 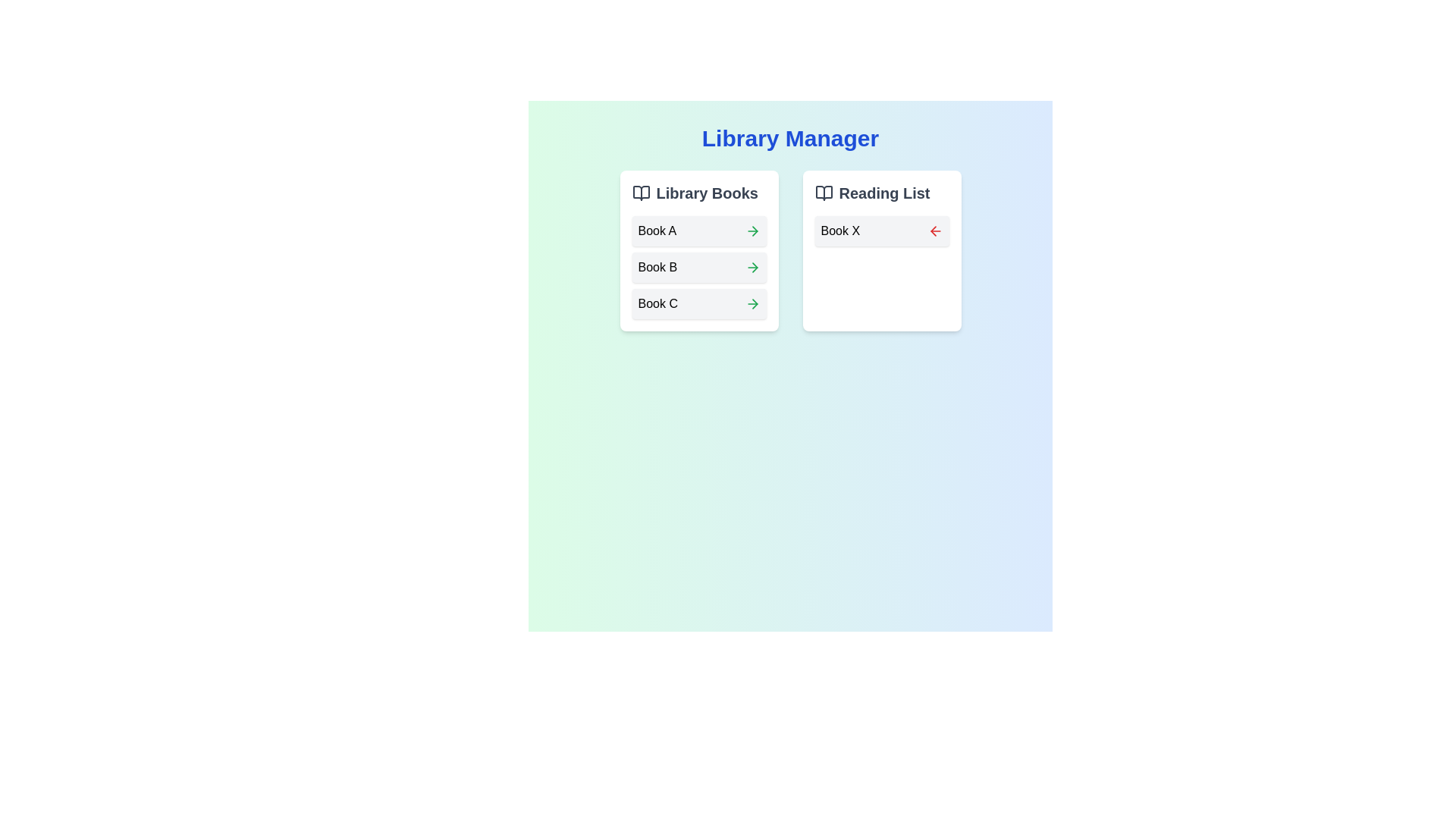 I want to click on the green right arrow icon button next to the 'Book A' entry in the 'Library Books' list to interact with it, so click(x=752, y=231).